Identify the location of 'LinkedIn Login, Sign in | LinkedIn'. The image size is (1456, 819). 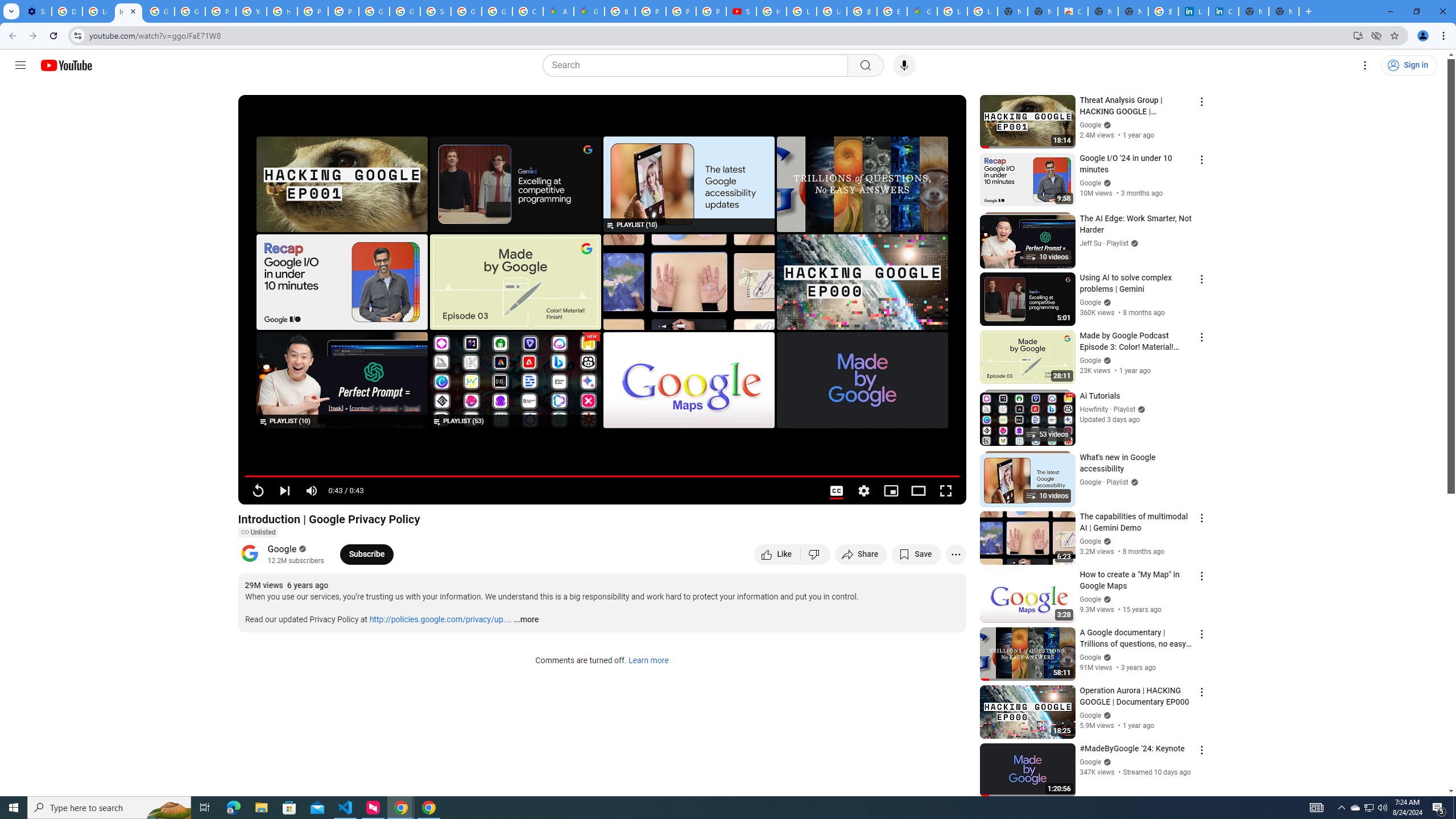
(1194, 11).